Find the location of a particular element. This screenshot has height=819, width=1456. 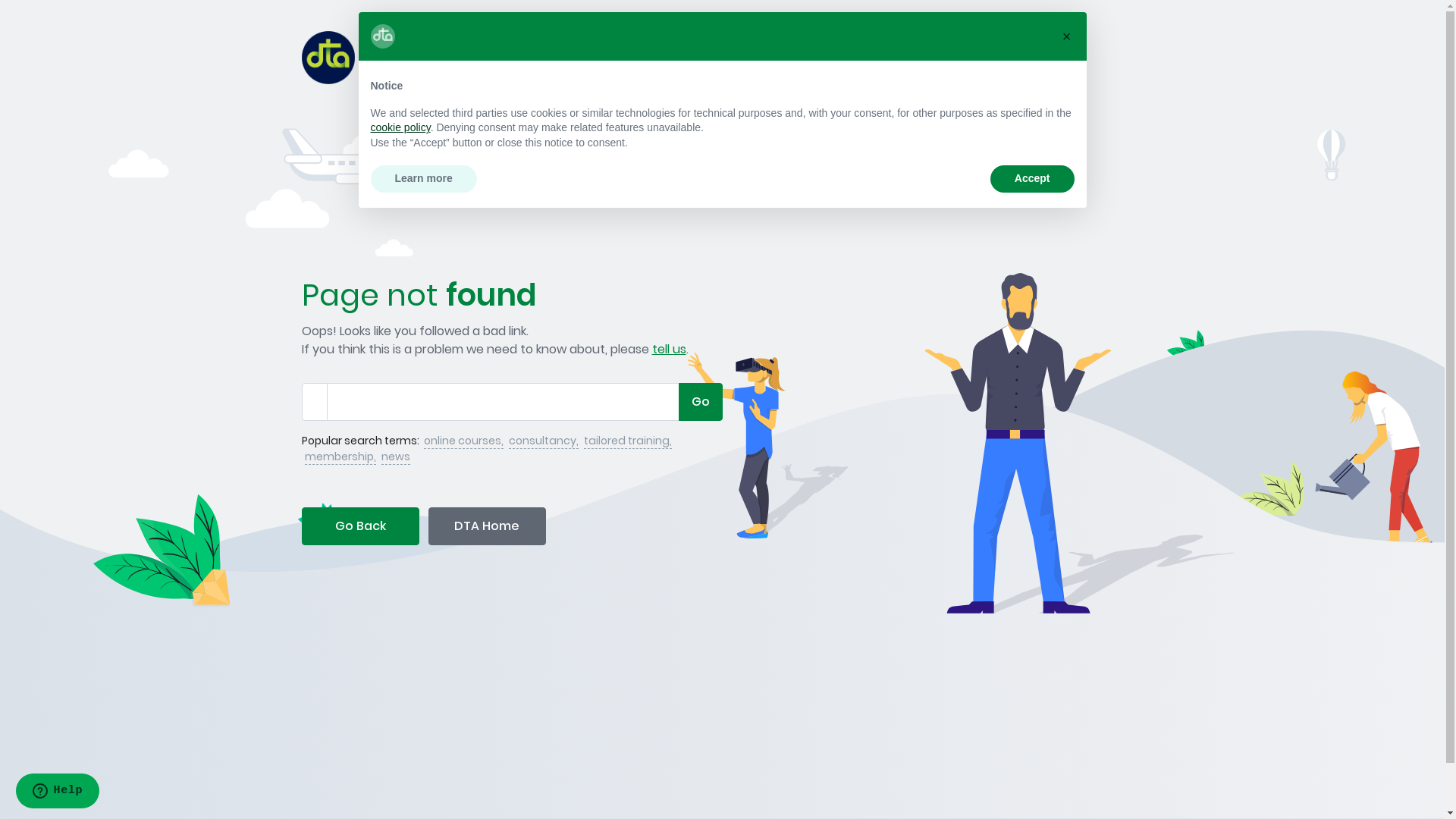

'membership,' is located at coordinates (304, 456).